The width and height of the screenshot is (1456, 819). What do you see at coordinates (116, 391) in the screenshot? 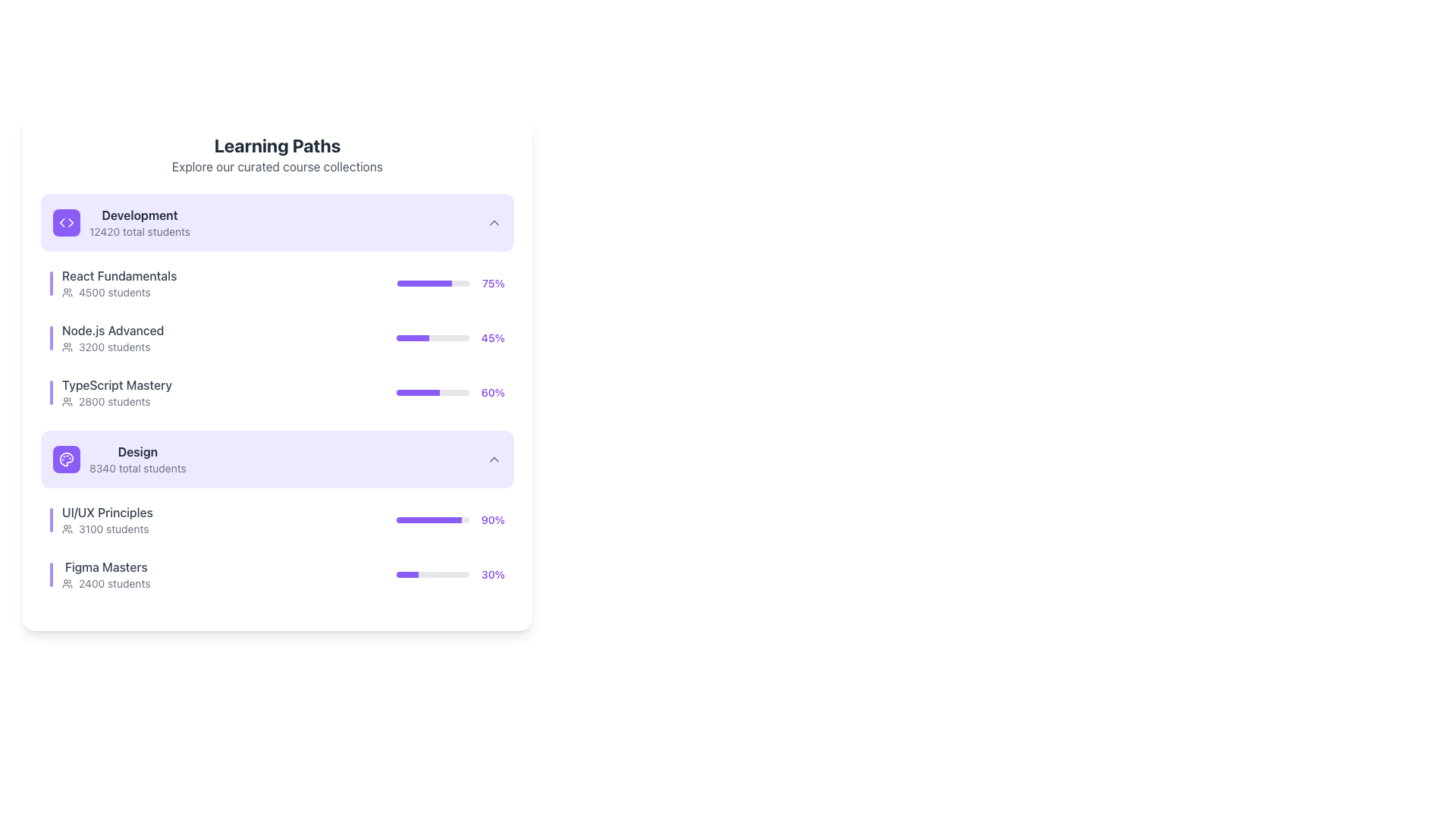
I see `the bold title 'TypeScript Mastery' of the Compound text label with hyperlink` at bounding box center [116, 391].